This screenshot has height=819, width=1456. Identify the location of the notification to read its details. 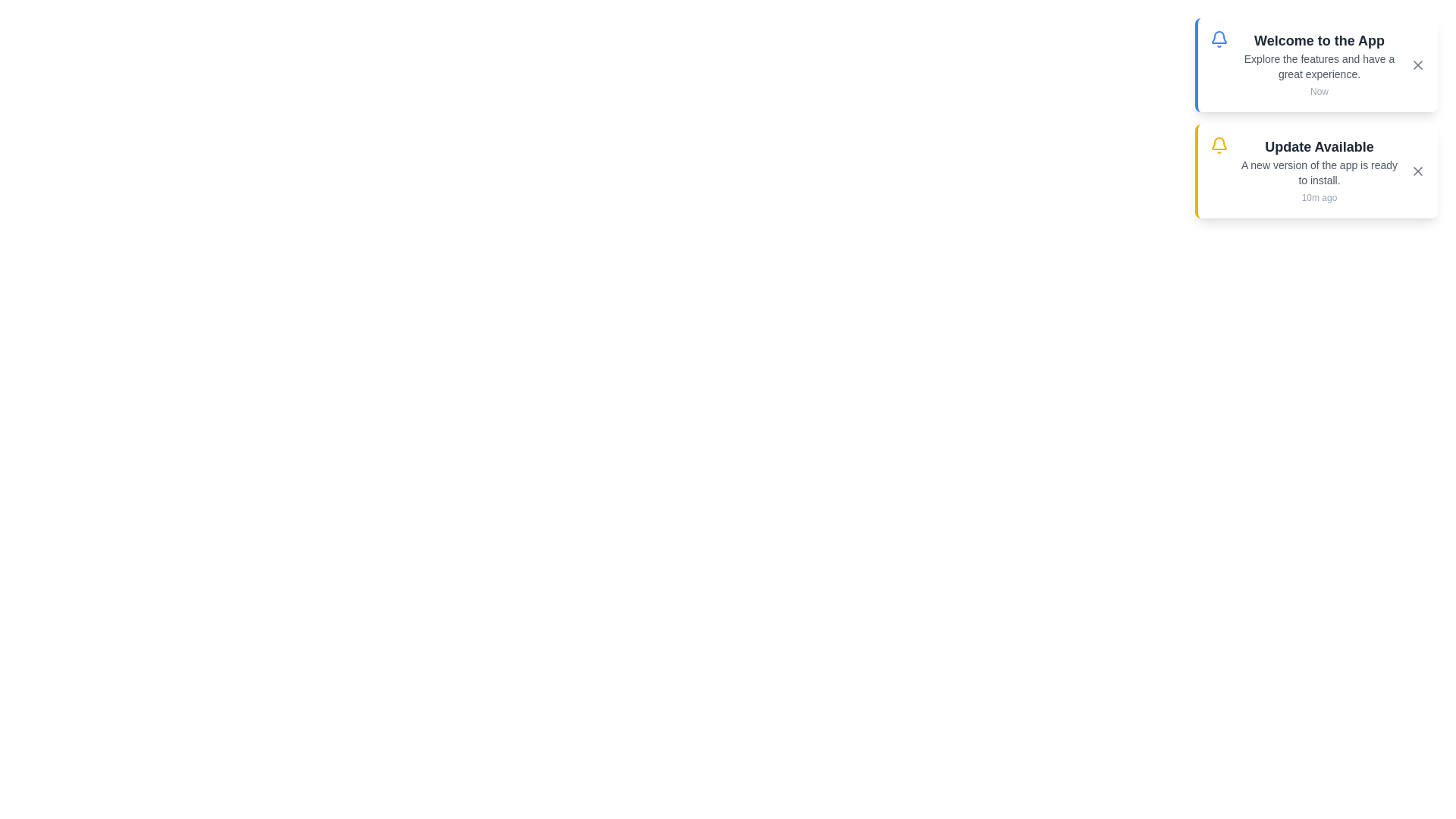
(1316, 171).